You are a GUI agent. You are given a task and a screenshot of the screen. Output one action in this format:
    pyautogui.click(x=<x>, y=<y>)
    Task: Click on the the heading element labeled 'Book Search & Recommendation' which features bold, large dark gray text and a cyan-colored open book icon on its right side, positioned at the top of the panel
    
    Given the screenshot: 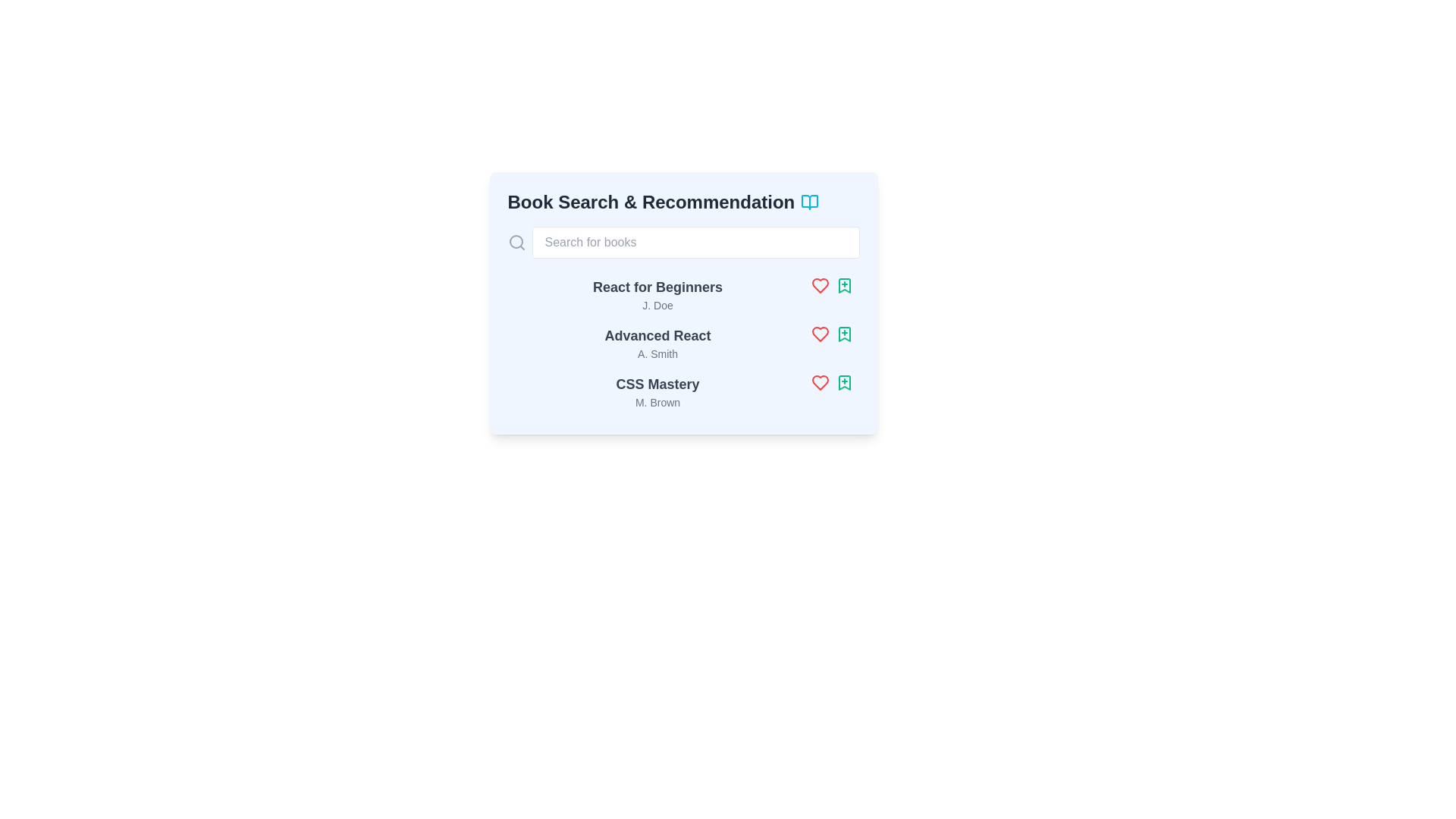 What is the action you would take?
    pyautogui.click(x=682, y=201)
    